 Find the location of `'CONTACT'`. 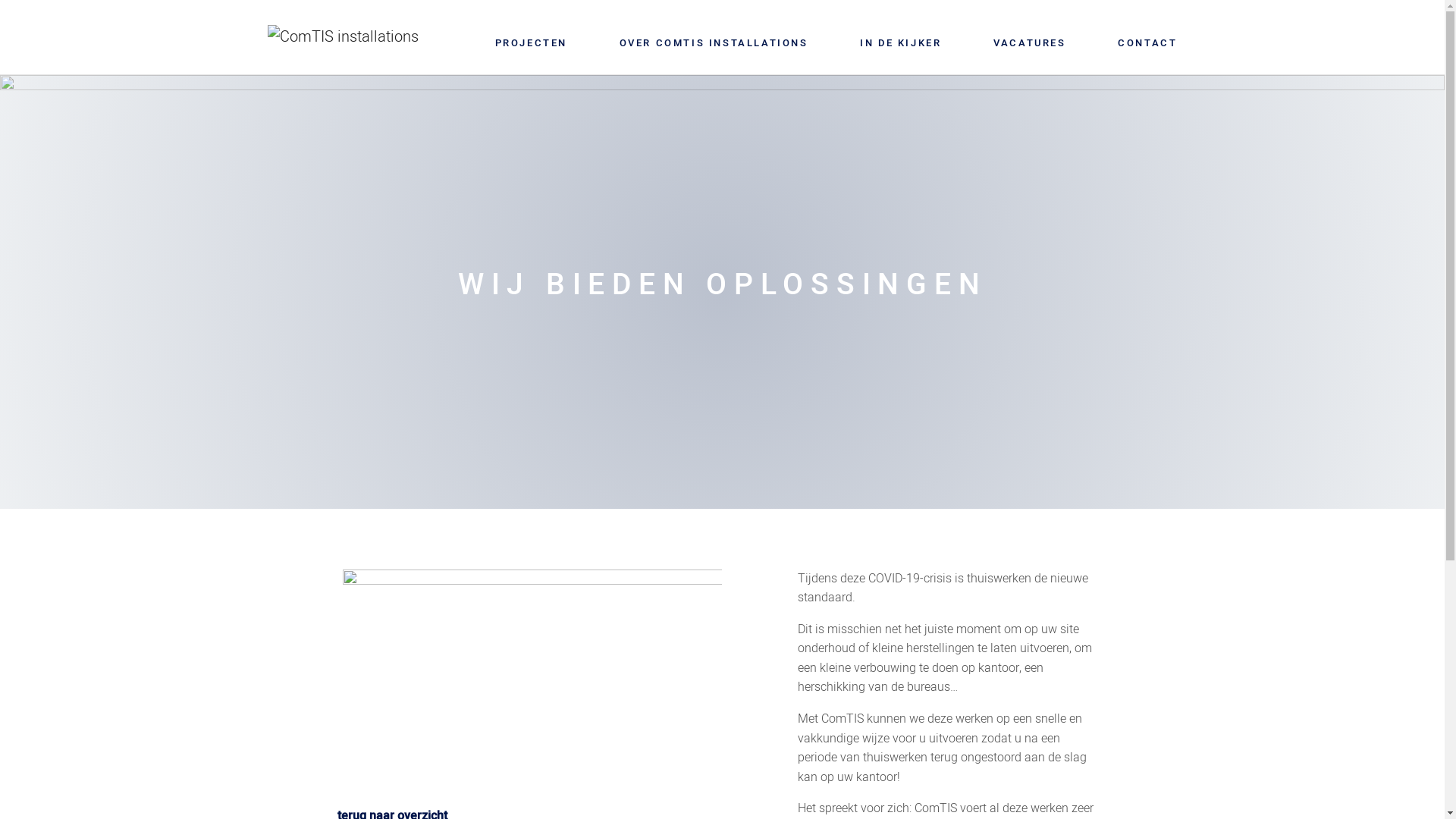

'CONTACT' is located at coordinates (1147, 42).